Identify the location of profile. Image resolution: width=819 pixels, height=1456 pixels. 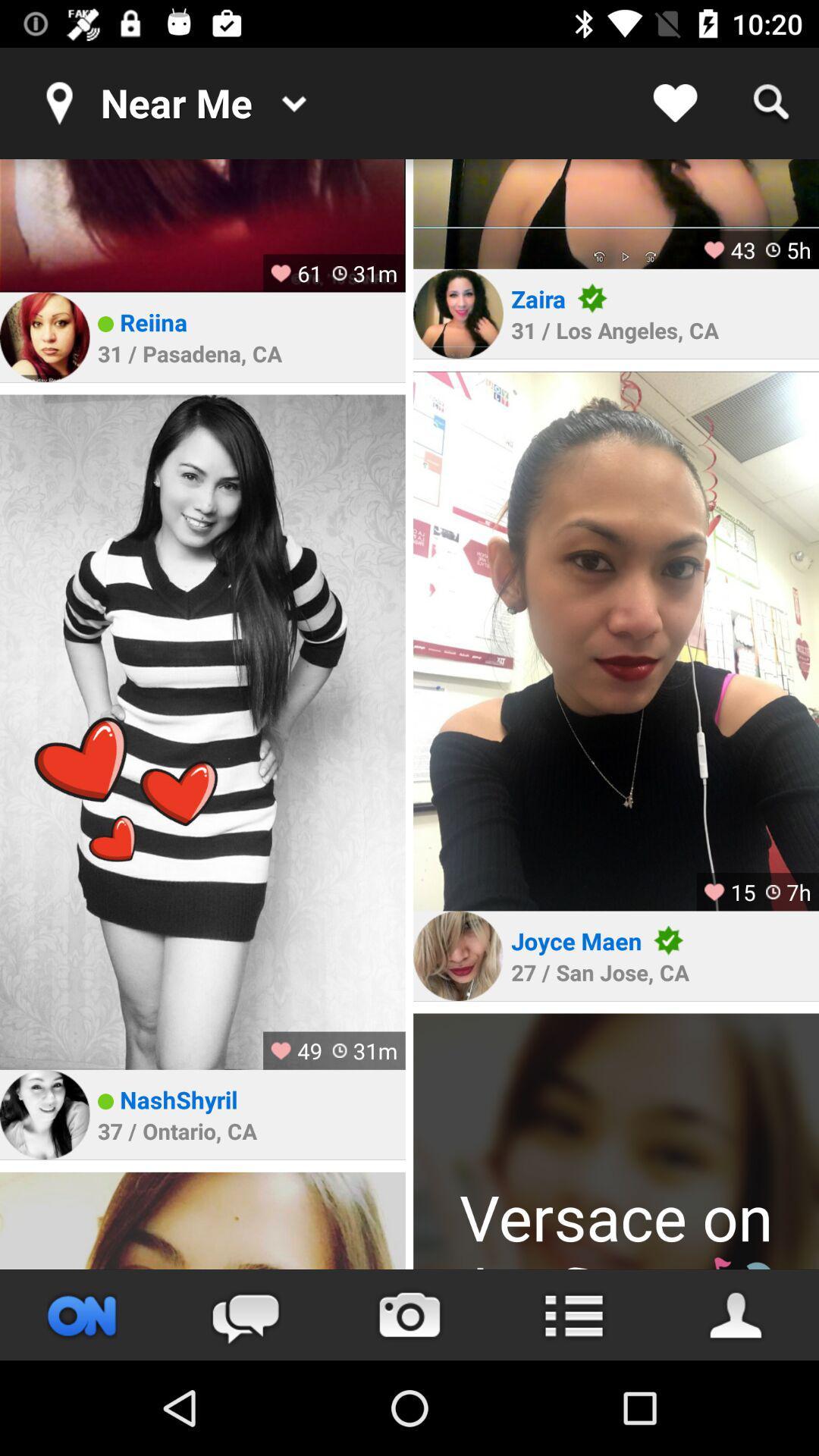
(736, 1314).